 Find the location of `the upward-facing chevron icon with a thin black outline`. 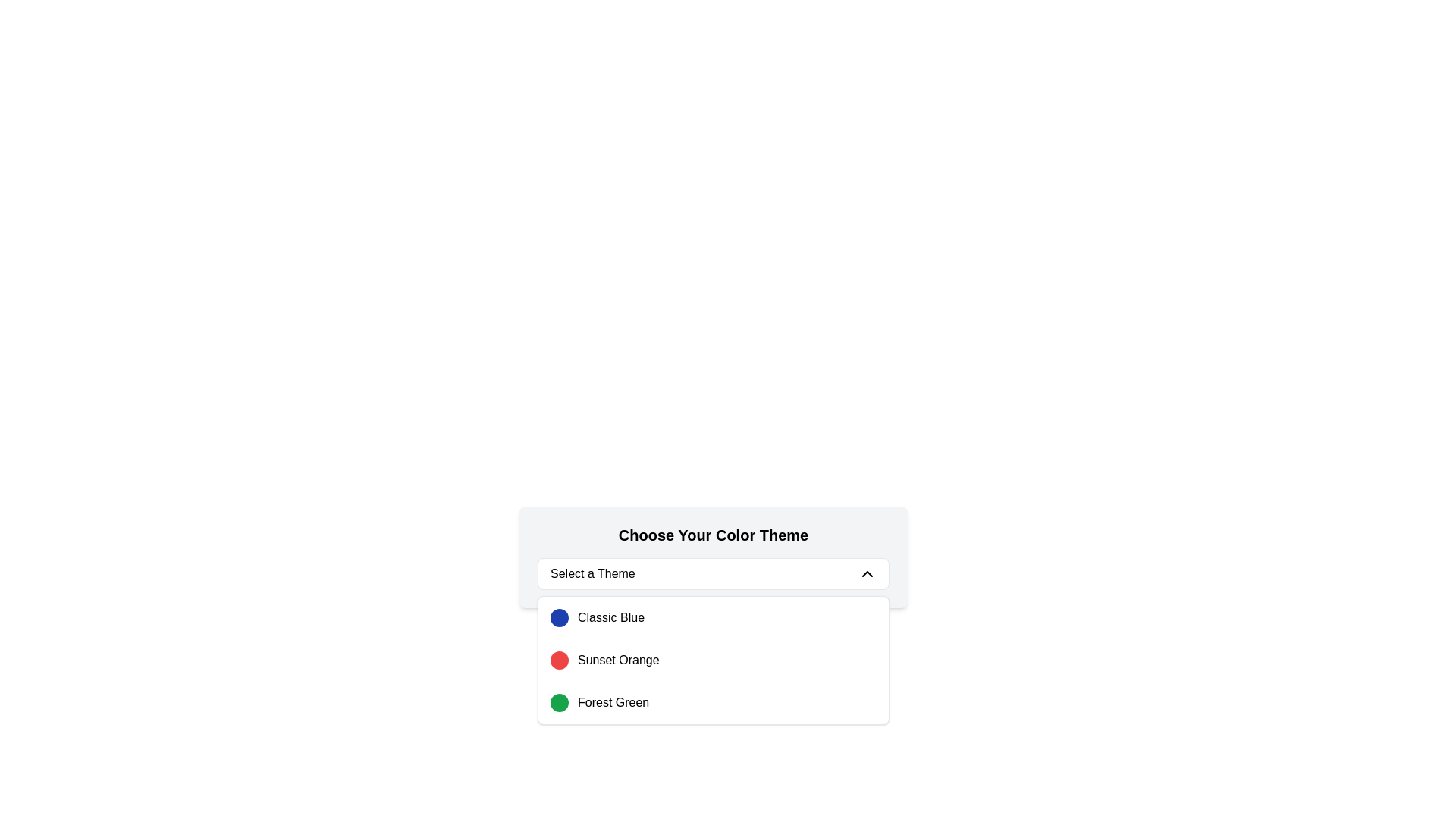

the upward-facing chevron icon with a thin black outline is located at coordinates (867, 573).